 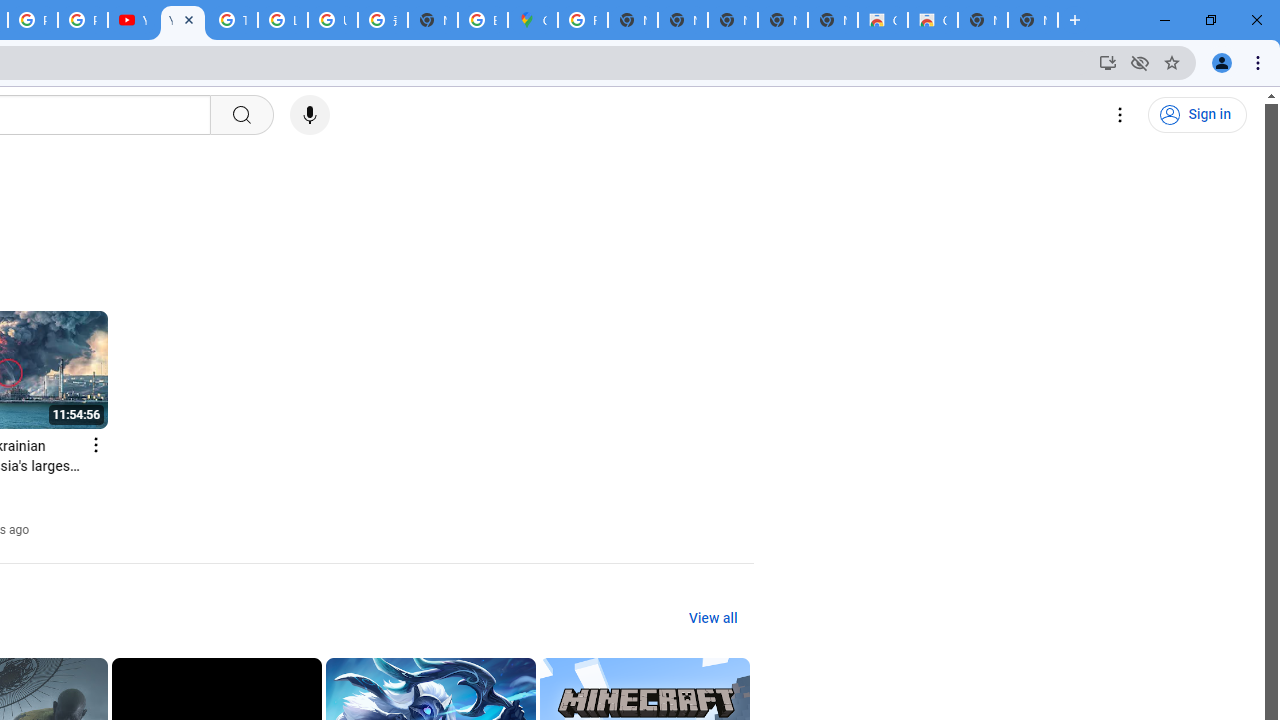 What do you see at coordinates (931, 20) in the screenshot?
I see `'Classic Blue - Chrome Web Store'` at bounding box center [931, 20].